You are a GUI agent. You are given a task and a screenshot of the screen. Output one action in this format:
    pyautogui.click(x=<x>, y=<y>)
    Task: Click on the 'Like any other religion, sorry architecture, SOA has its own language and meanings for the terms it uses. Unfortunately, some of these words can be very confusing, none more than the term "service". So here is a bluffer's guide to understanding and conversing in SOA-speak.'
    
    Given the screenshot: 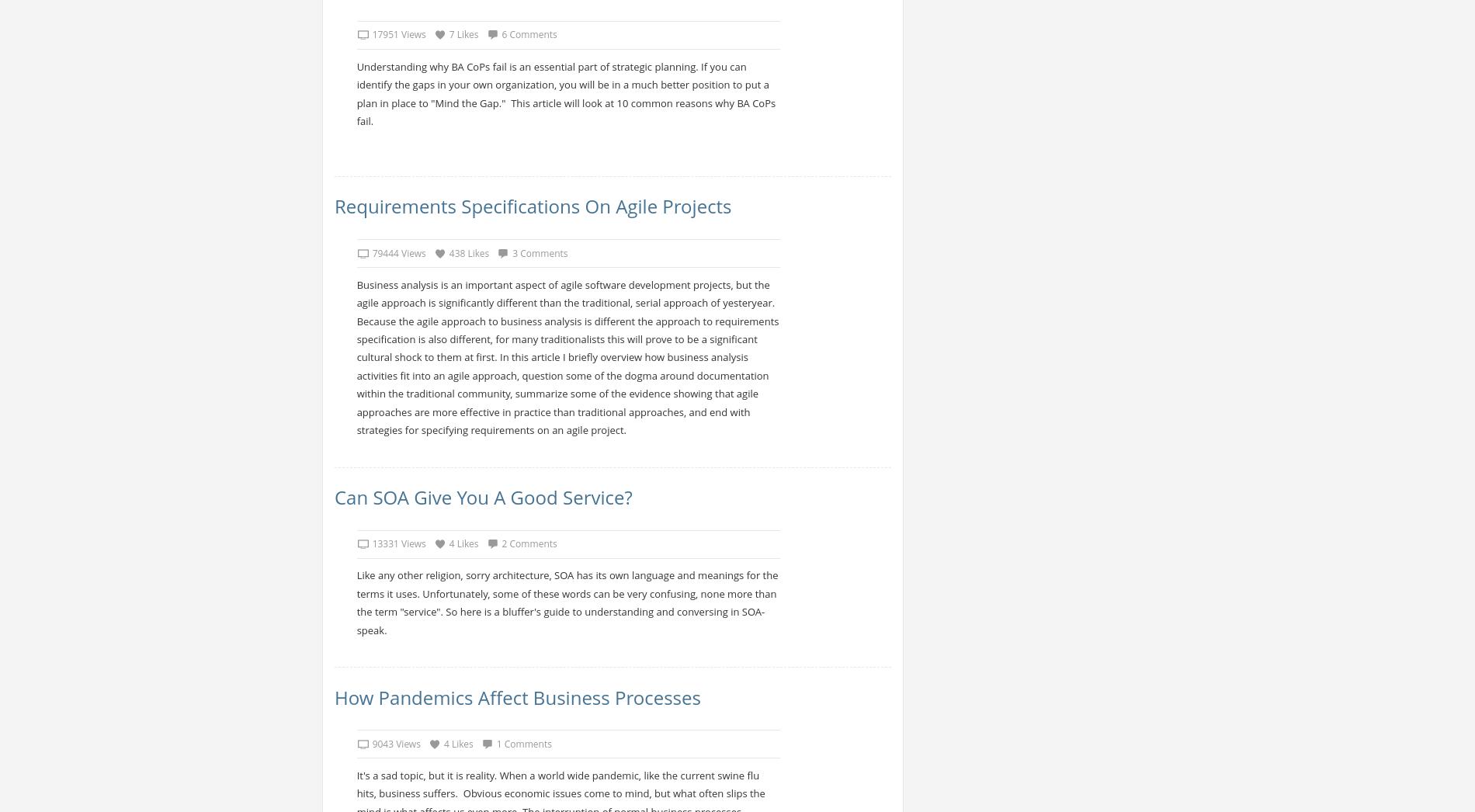 What is the action you would take?
    pyautogui.click(x=566, y=602)
    